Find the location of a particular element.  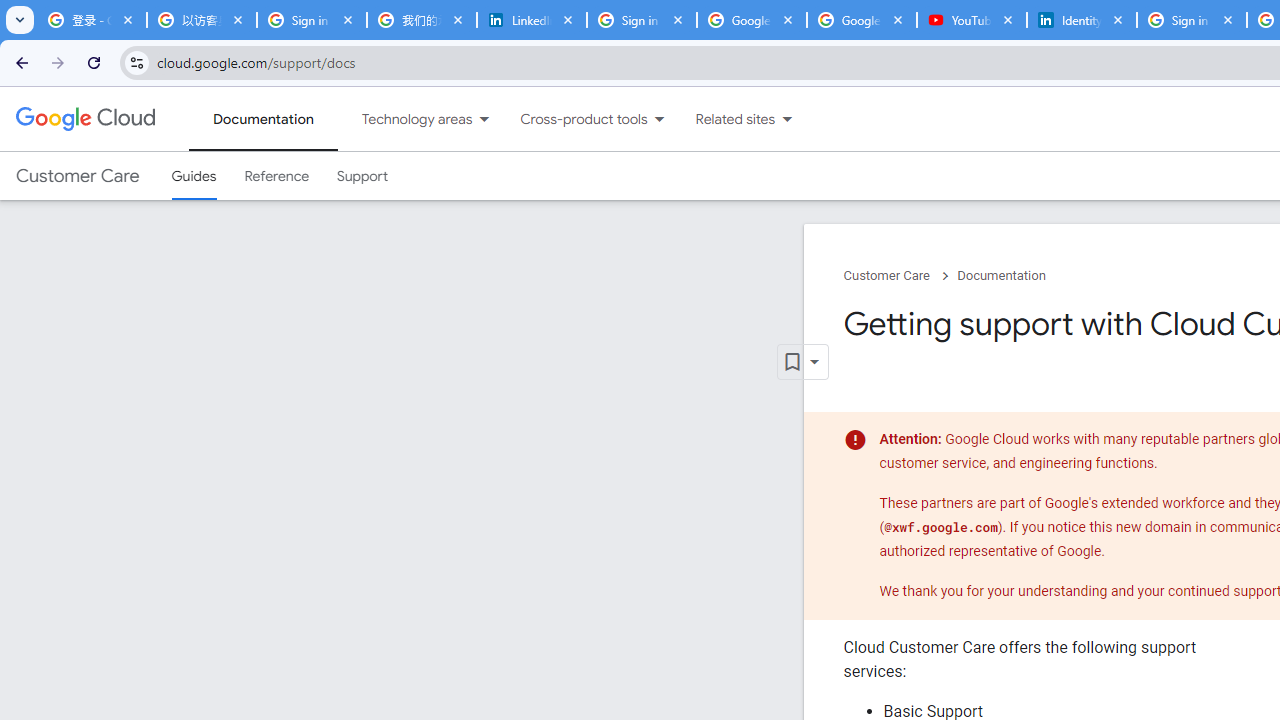

'Dropdown menu for Related sites' is located at coordinates (786, 119).